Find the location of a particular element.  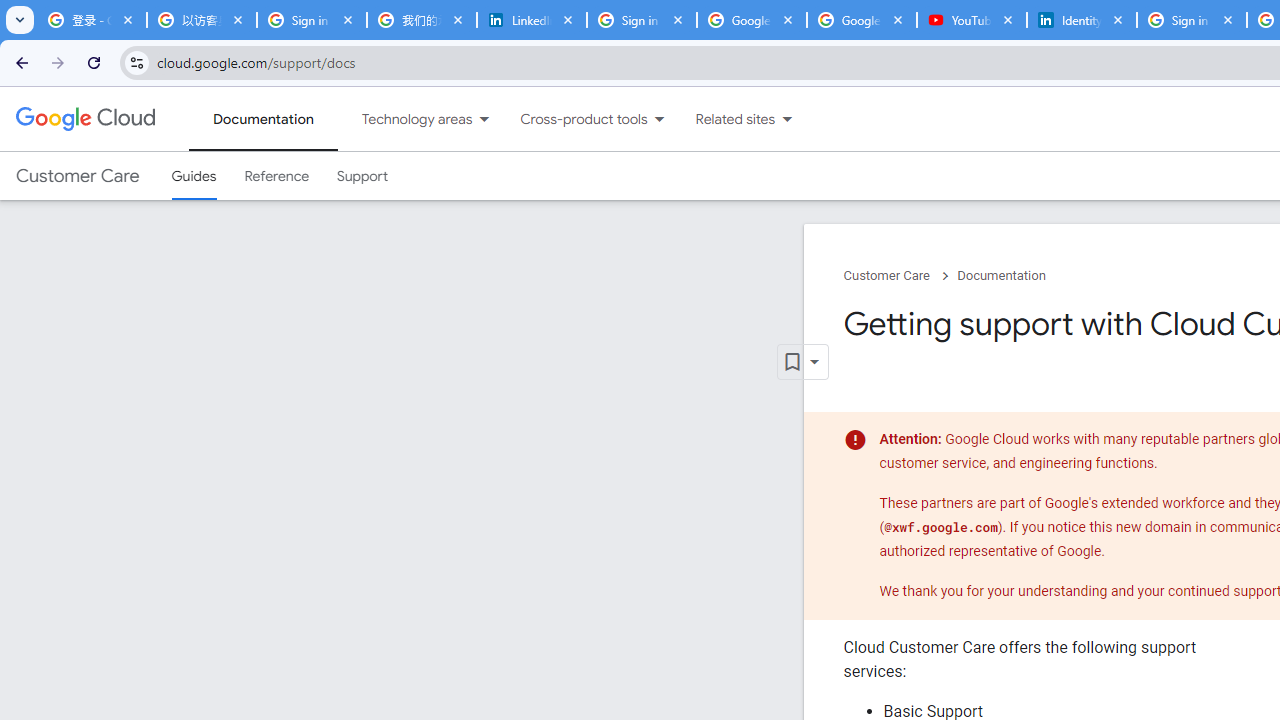

'Dropdown menu for Related sites' is located at coordinates (786, 119).